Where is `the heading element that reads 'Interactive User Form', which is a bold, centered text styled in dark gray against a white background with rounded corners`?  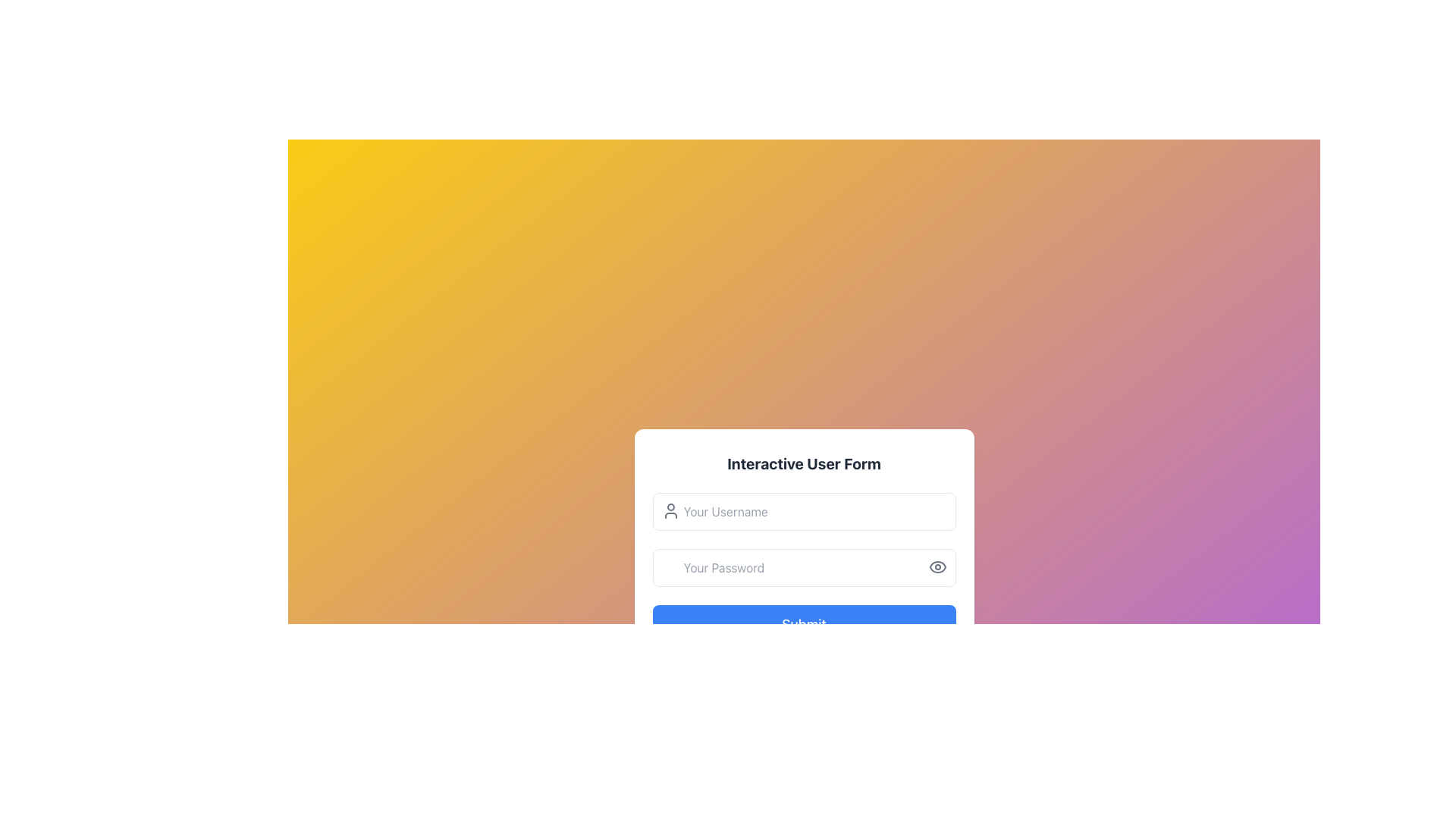 the heading element that reads 'Interactive User Form', which is a bold, centered text styled in dark gray against a white background with rounded corners is located at coordinates (803, 463).